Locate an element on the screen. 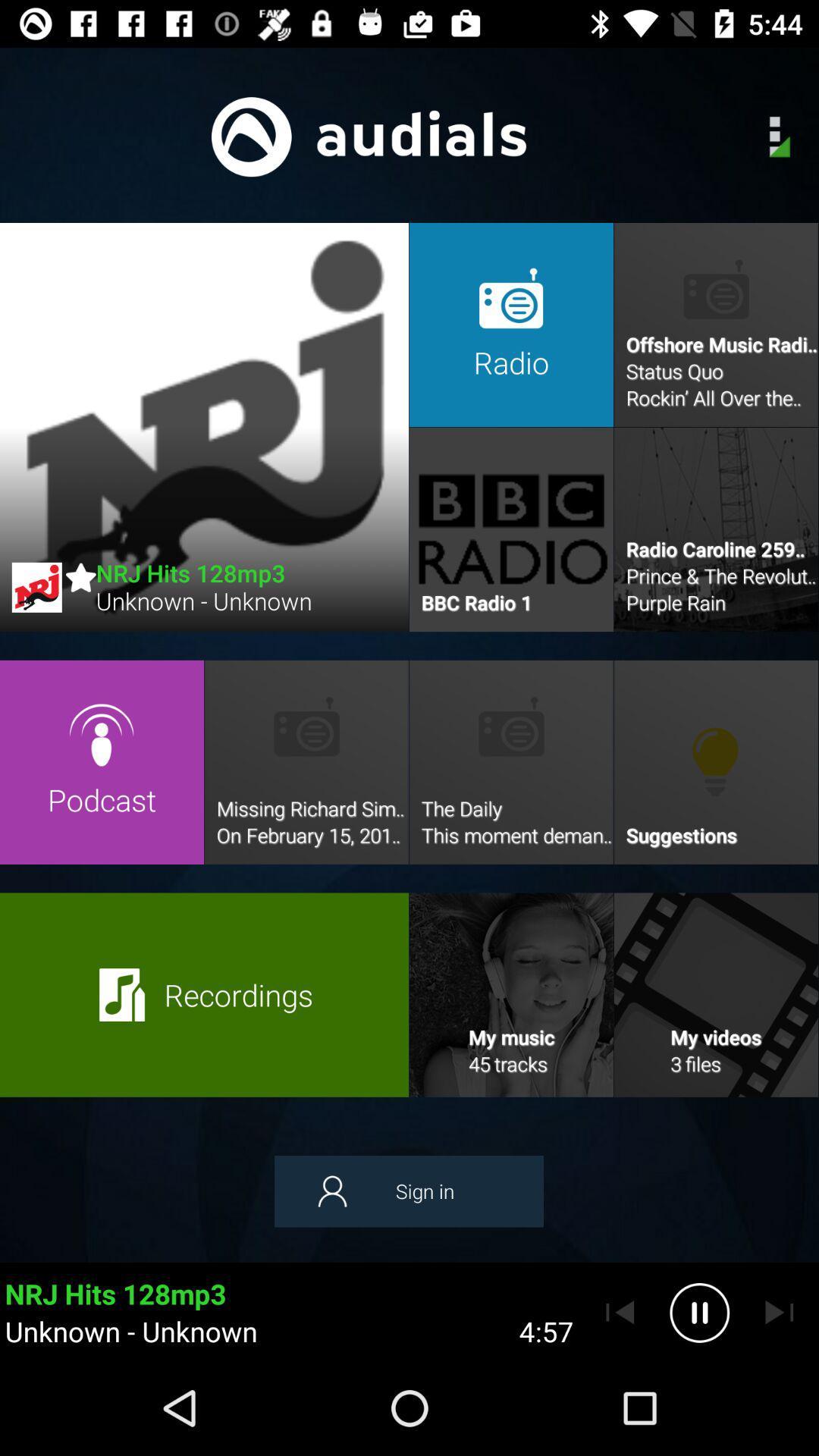 The width and height of the screenshot is (819, 1456). previous page is located at coordinates (620, 1312).